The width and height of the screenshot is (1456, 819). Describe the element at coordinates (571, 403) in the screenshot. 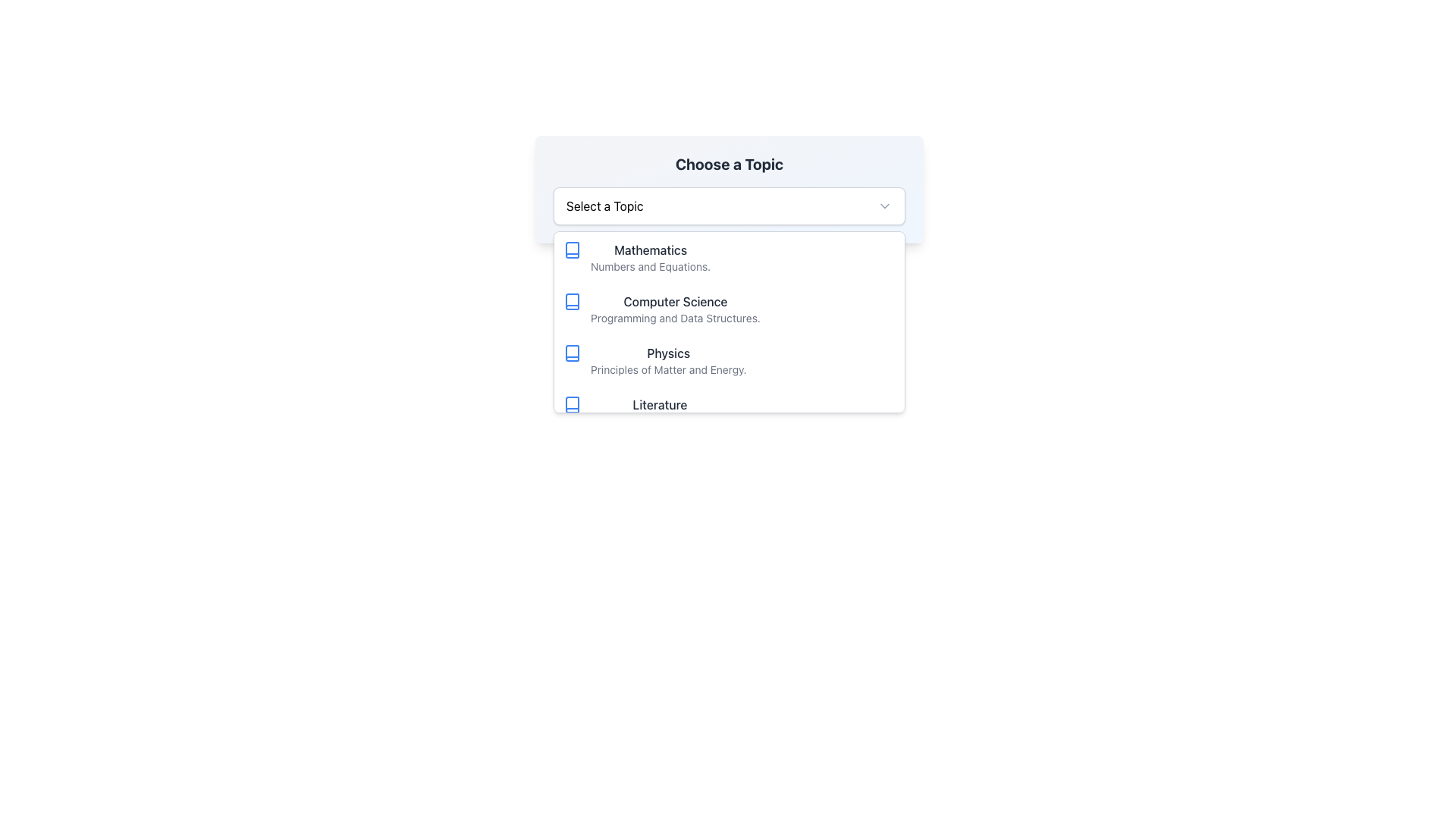

I see `the small blue book icon located to the left of the 'Literature' text in the dropdown list of topics` at that location.